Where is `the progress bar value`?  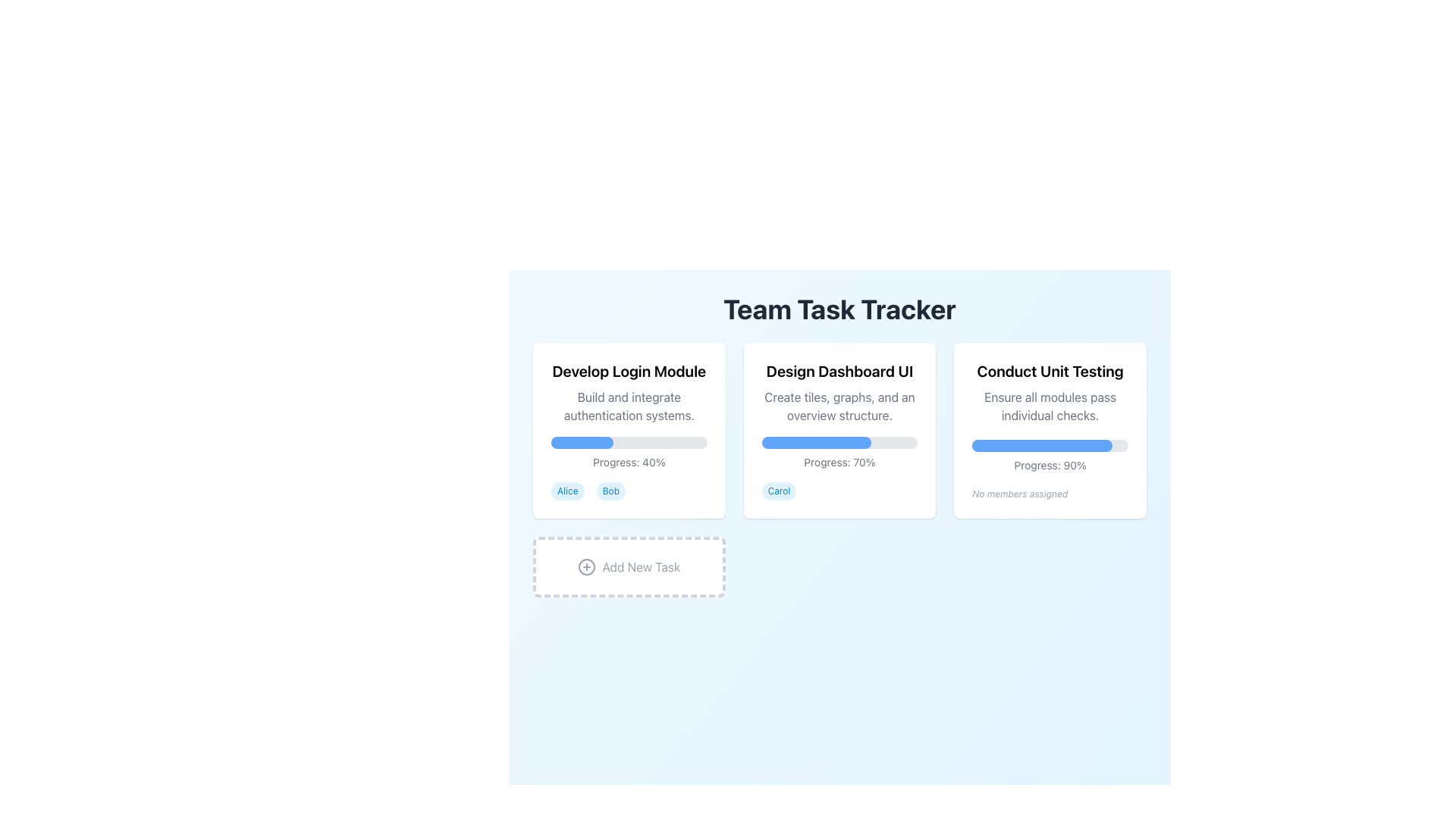
the progress bar value is located at coordinates (600, 442).